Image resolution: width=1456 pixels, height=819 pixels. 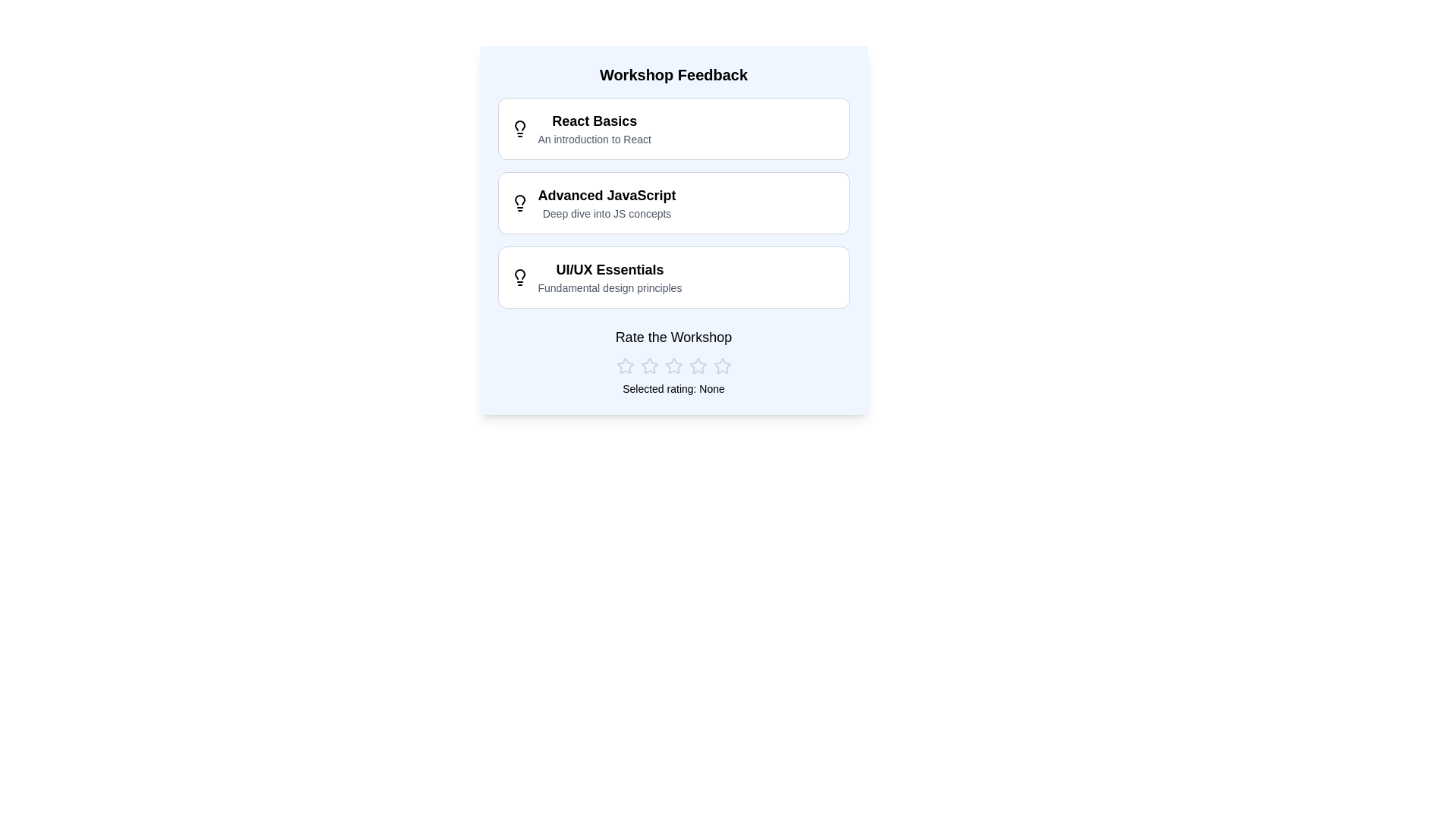 What do you see at coordinates (673, 278) in the screenshot?
I see `text 'UI/UX Essentials' and 'Fundamental design principles' from the descriptive text element which is the third entry in a vertical list of card layouts` at bounding box center [673, 278].